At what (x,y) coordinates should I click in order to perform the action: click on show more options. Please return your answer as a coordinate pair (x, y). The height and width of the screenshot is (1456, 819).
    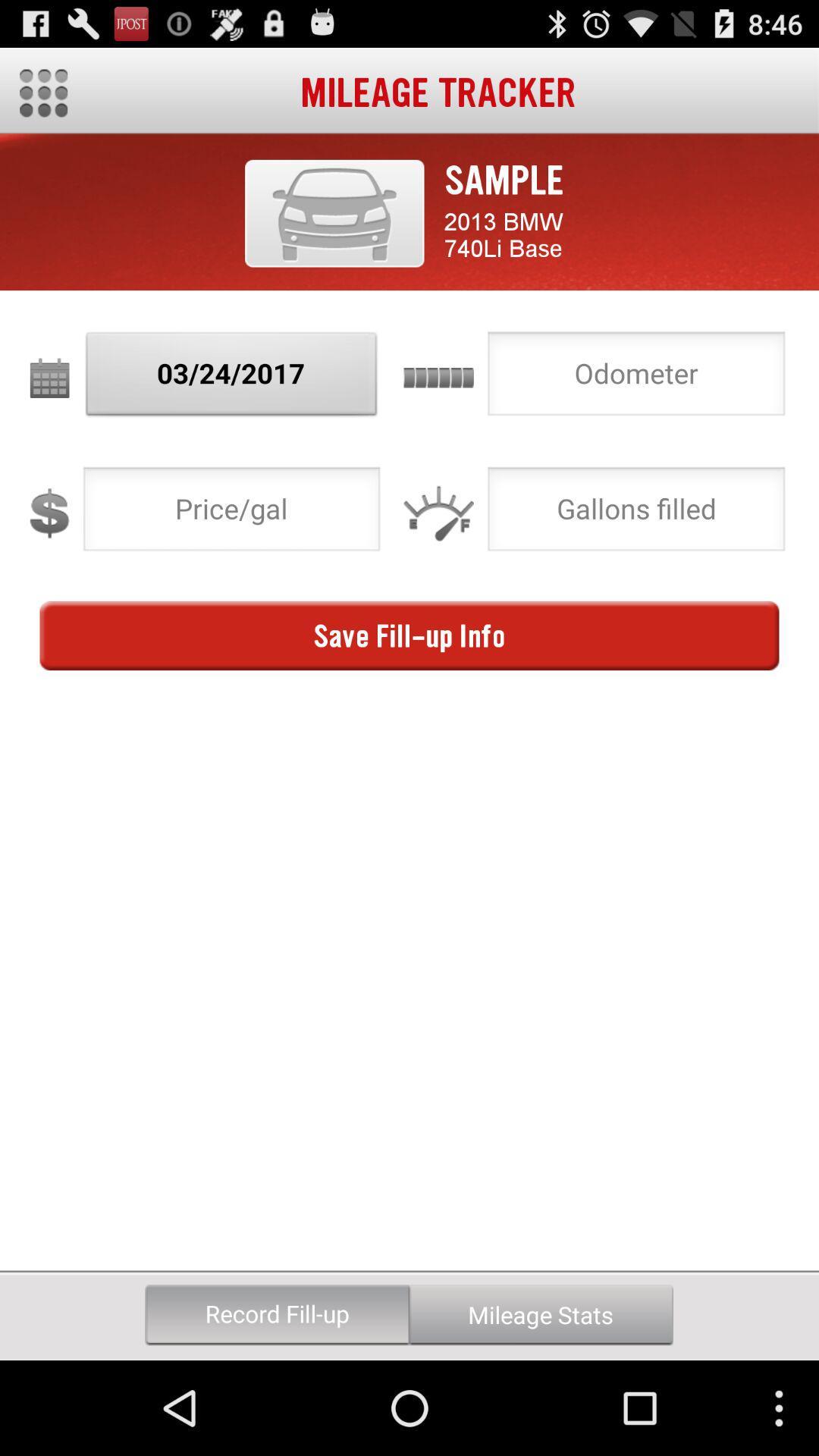
    Looking at the image, I should click on (42, 93).